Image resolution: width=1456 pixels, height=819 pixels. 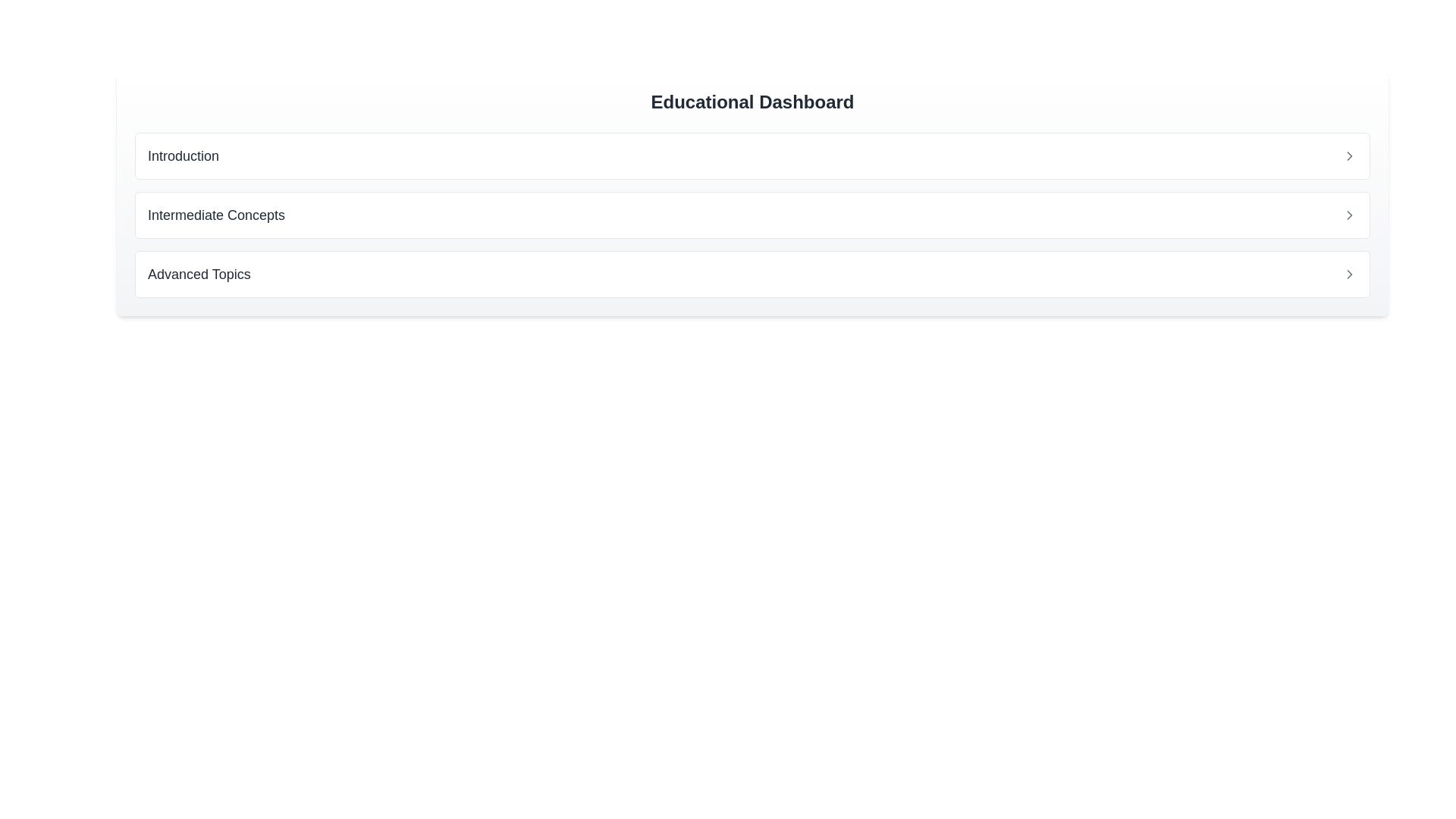 I want to click on the right-facing chevron icon with a thin gray outline located in the 'Introduction' item of a vertical list, so click(x=1350, y=155).